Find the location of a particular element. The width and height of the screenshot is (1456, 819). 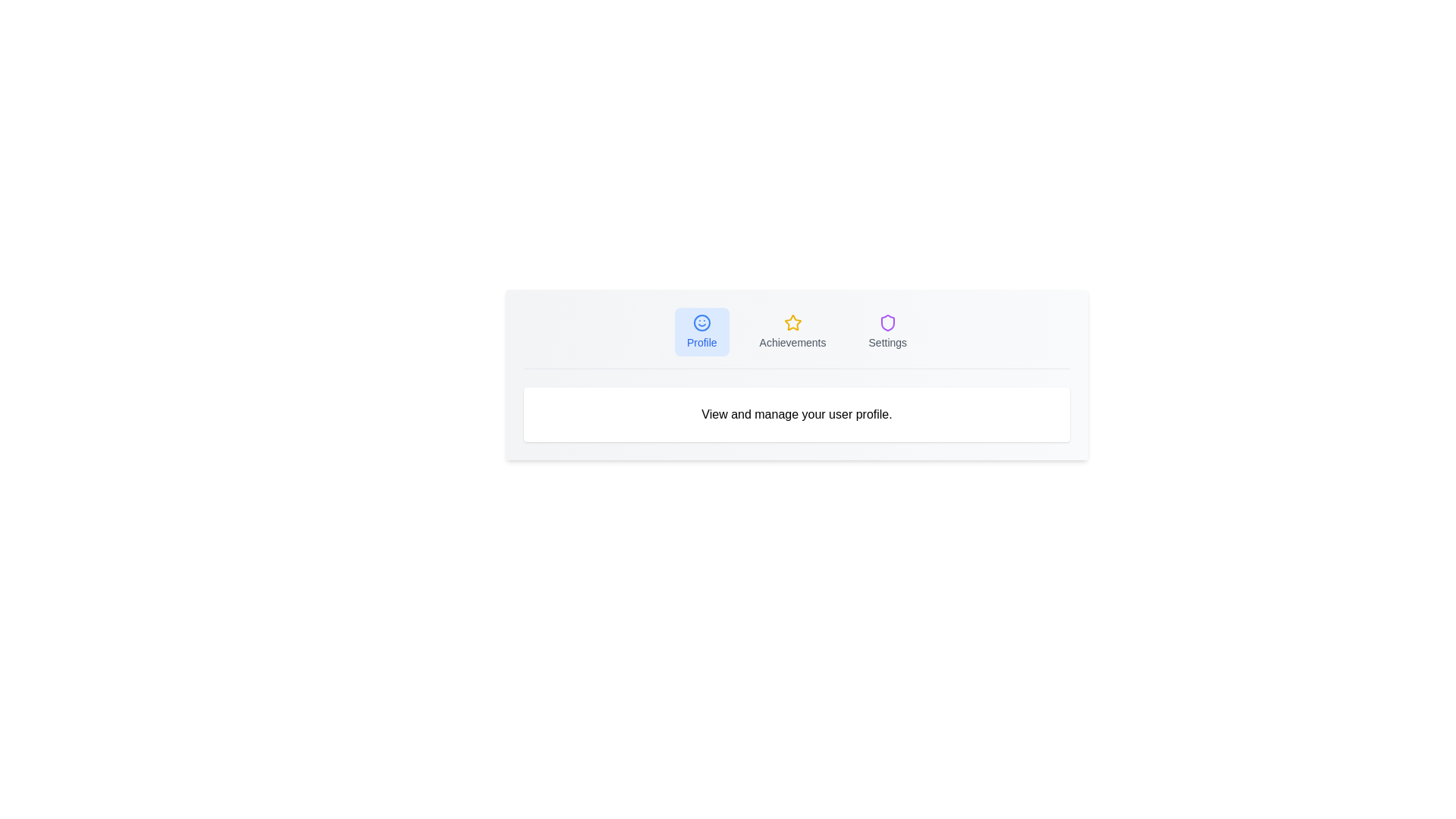

the Settings tab to trigger its hover effect is located at coordinates (887, 331).